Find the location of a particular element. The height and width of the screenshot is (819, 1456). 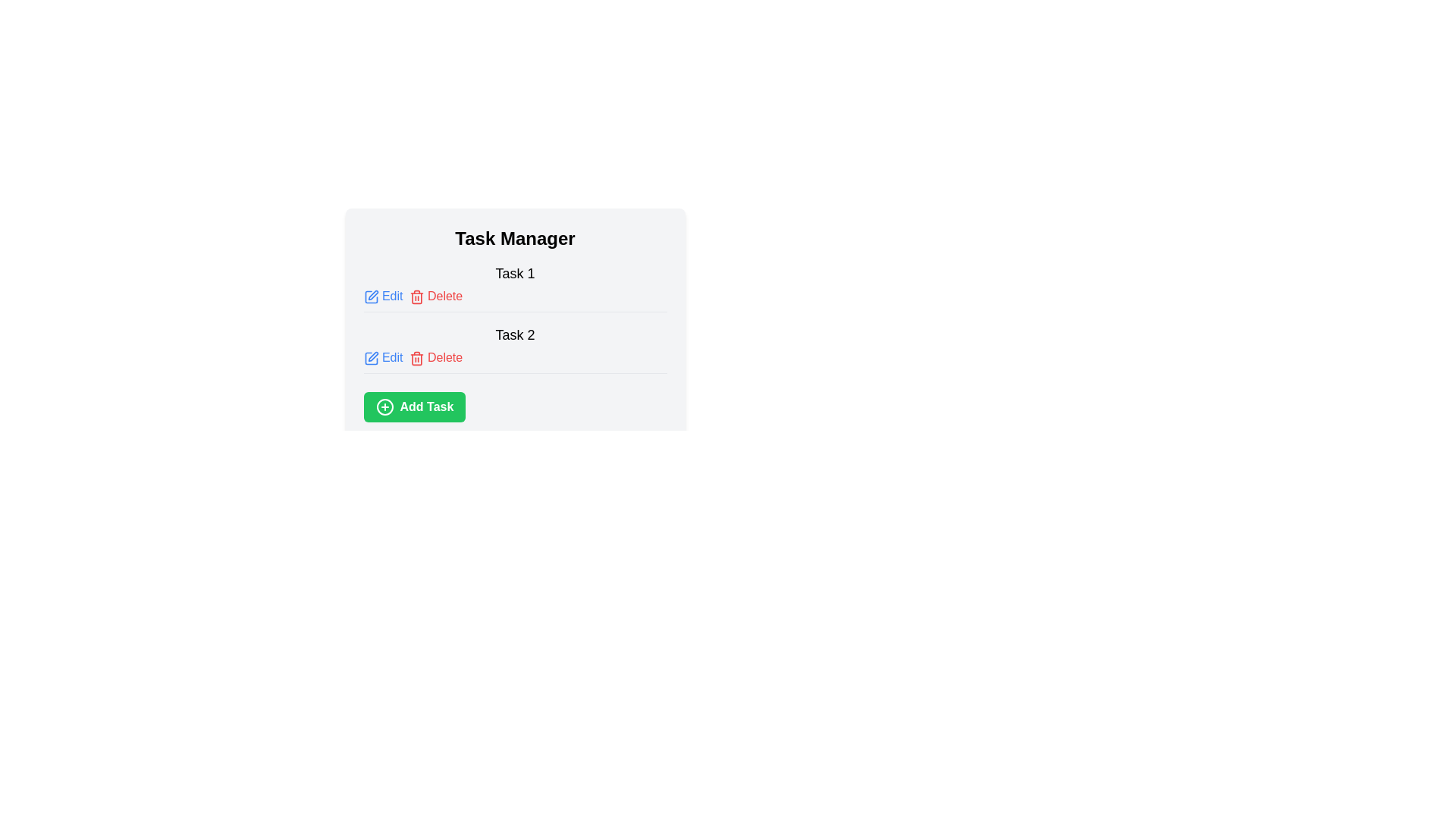

the leftmost circular SVG icon within the 'Add Task' button is located at coordinates (384, 406).